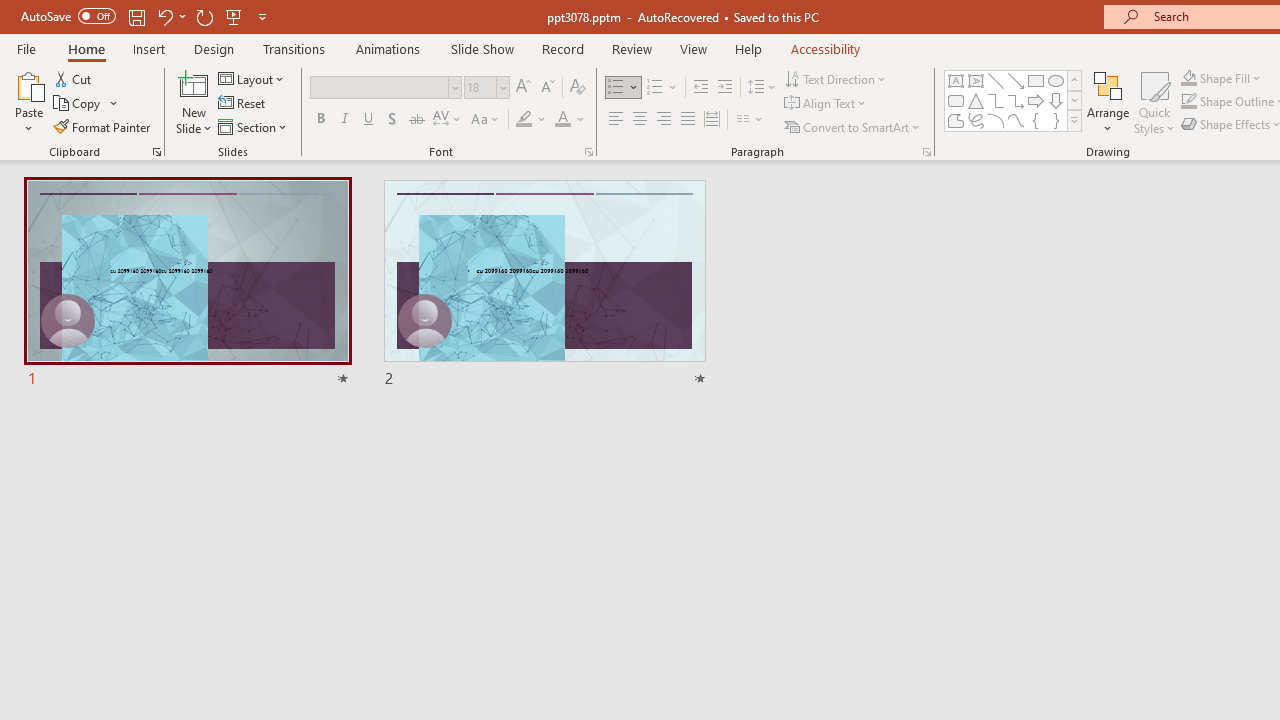 The height and width of the screenshot is (720, 1280). What do you see at coordinates (1016, 100) in the screenshot?
I see `'Connector: Elbow Arrow'` at bounding box center [1016, 100].